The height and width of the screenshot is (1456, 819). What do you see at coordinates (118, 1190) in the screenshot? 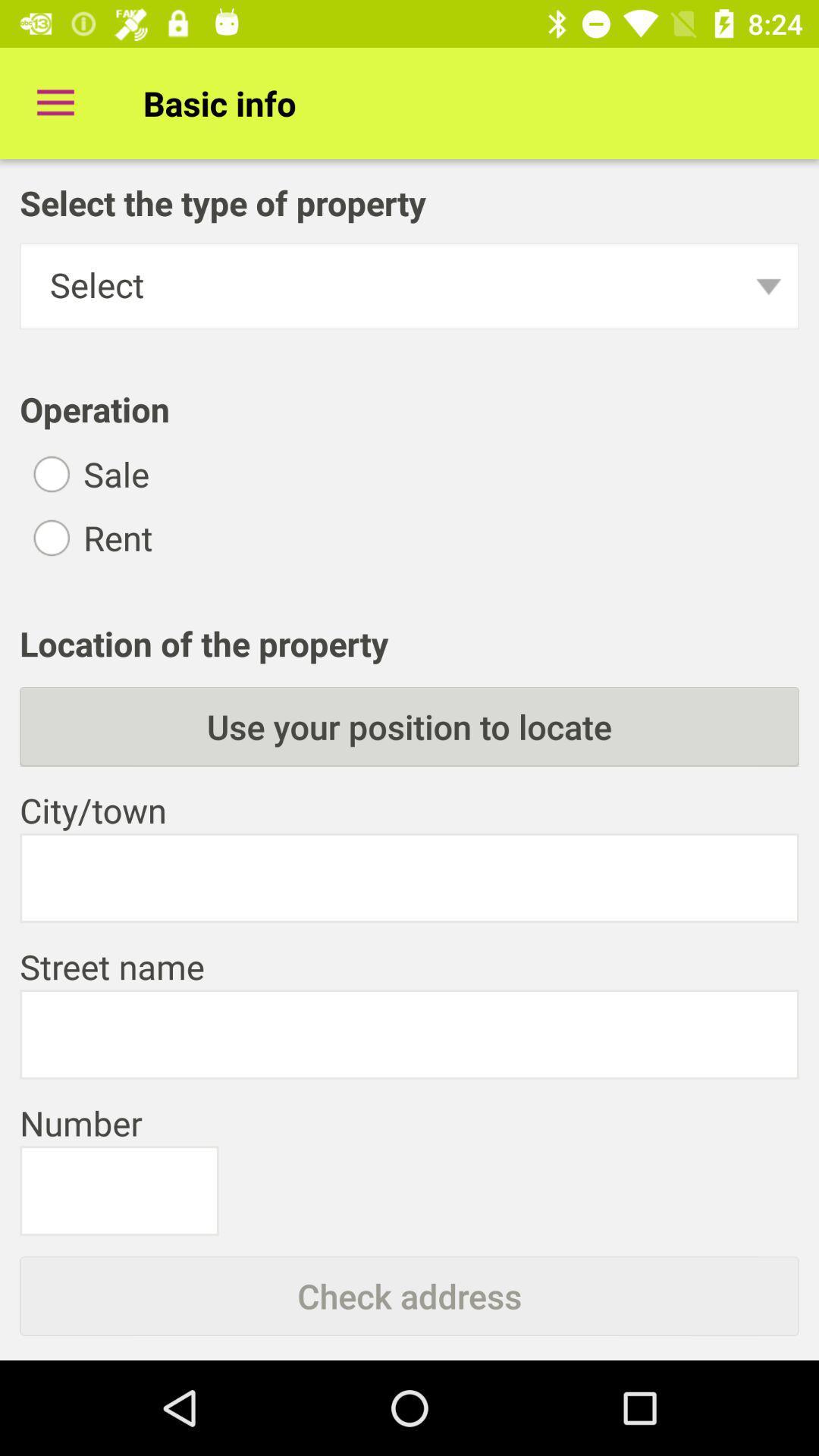
I see `information` at bounding box center [118, 1190].